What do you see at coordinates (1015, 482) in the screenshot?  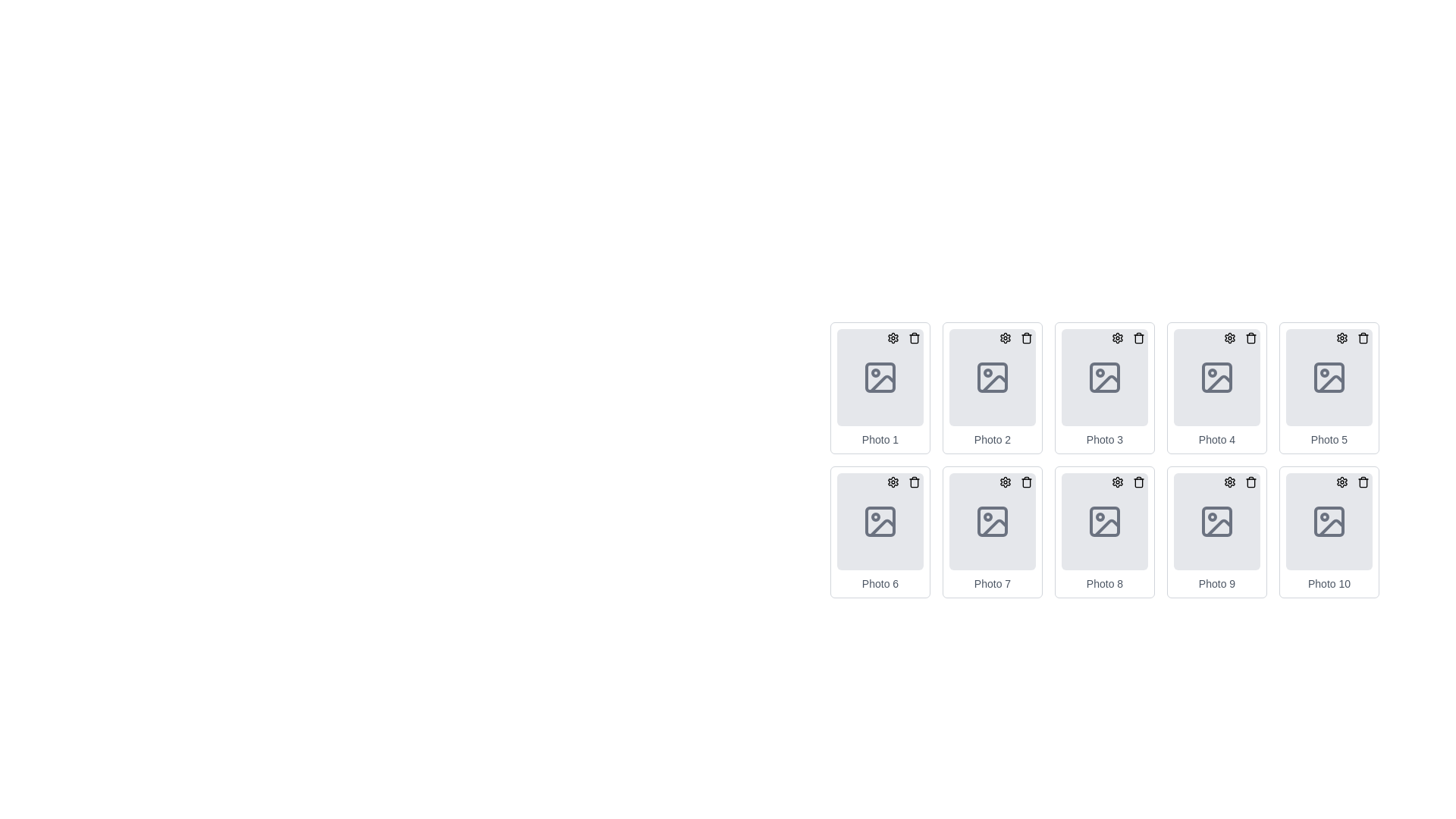 I see `the gear icon in the Button group located at the top-right corner of the 'Photo 7' component` at bounding box center [1015, 482].